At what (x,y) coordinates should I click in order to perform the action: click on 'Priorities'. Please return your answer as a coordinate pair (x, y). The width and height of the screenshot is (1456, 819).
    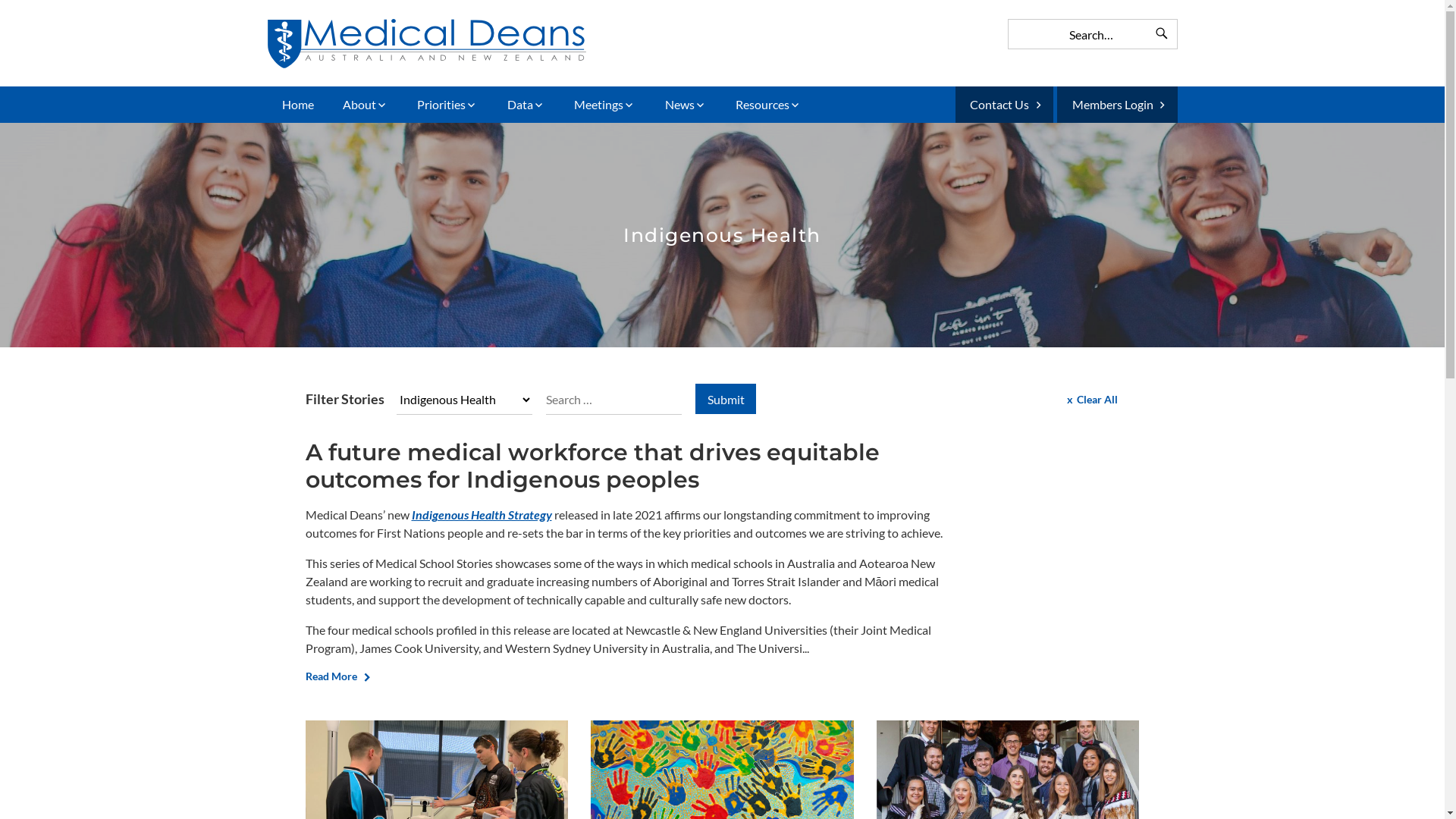
    Looking at the image, I should click on (403, 104).